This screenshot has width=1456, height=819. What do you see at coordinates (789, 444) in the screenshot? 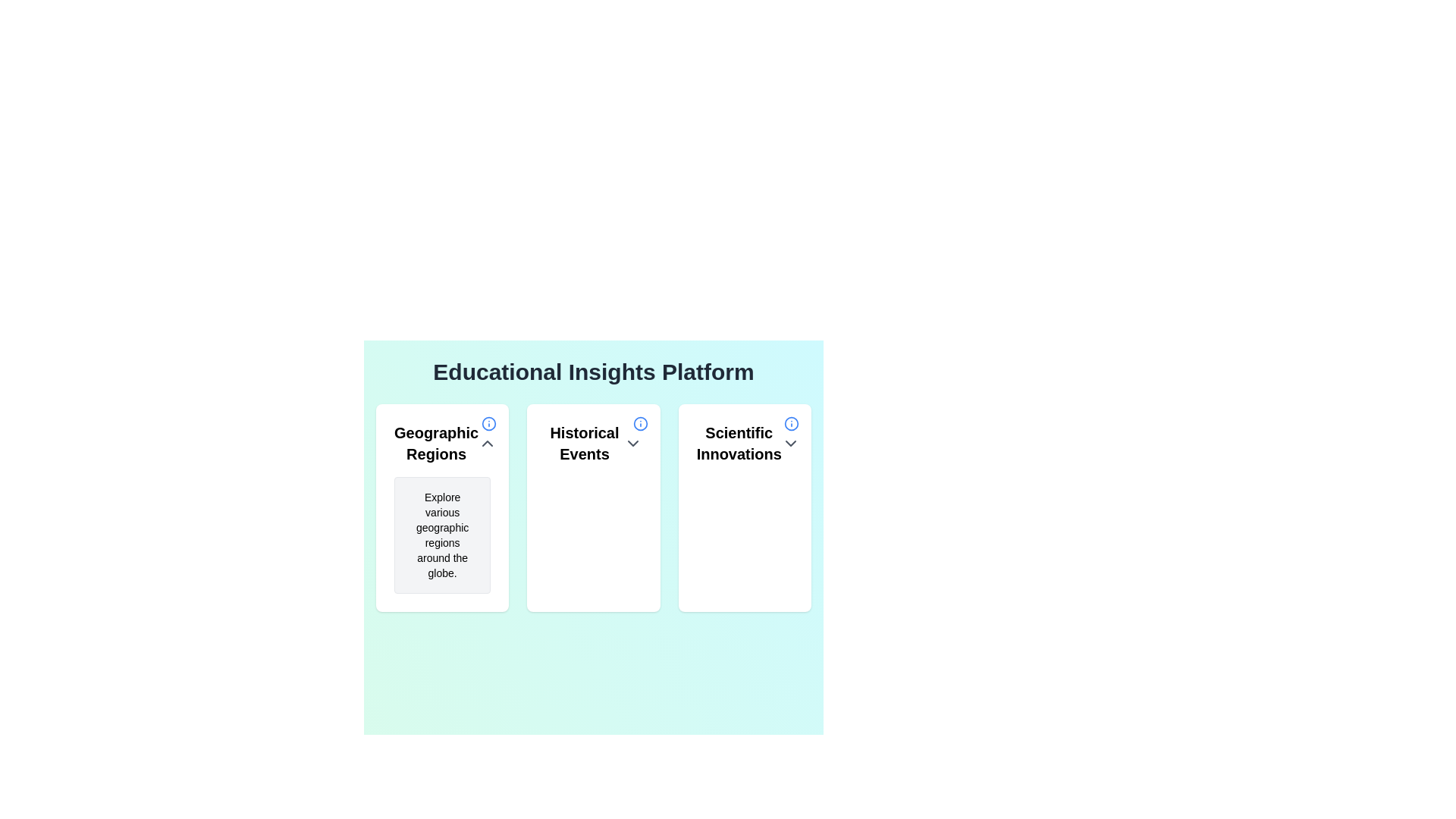
I see `the small downward-pointing chevron icon of the Dropdown toggle located in the header section of the 'Scientific Innovations' card` at bounding box center [789, 444].